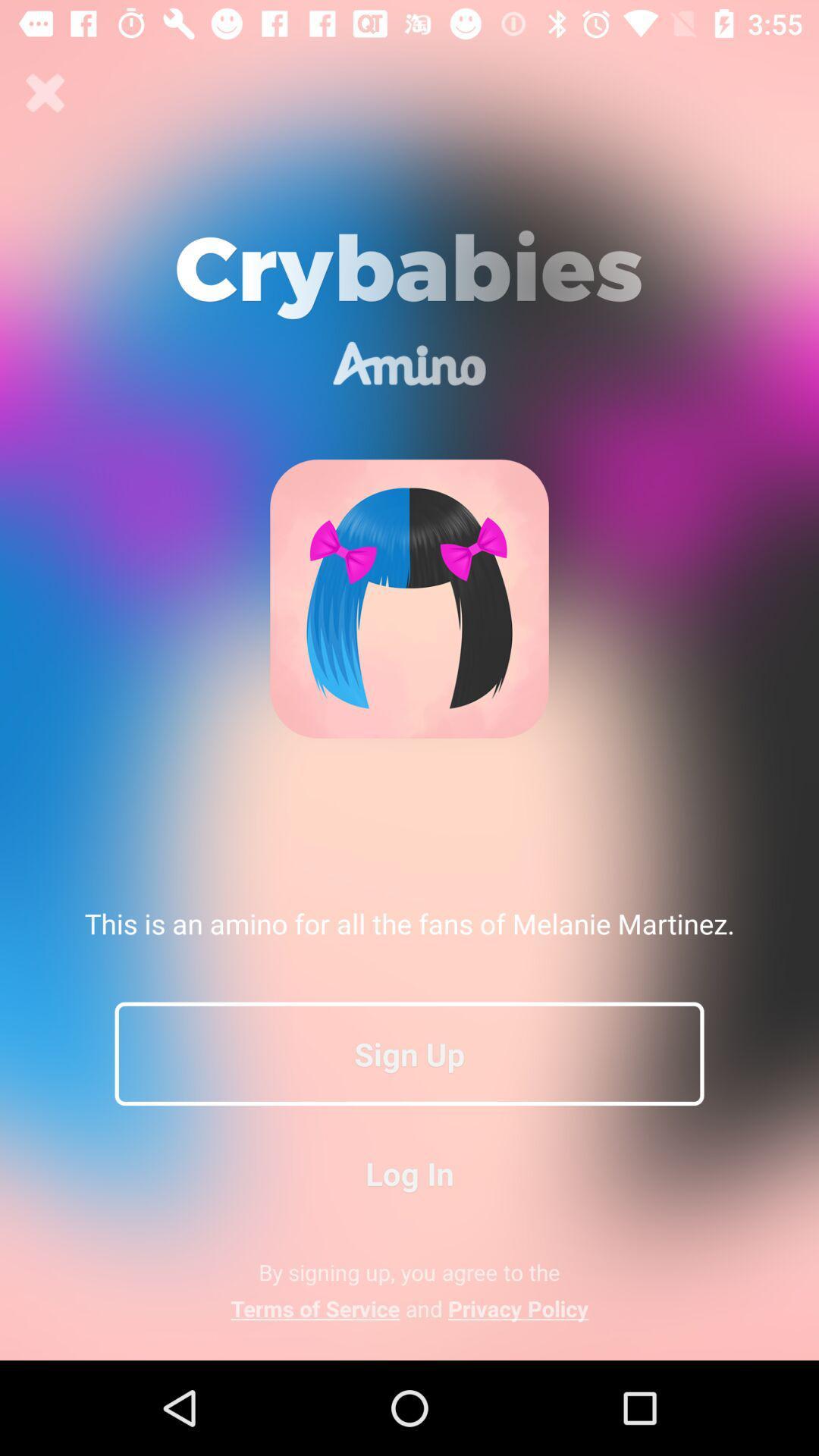 The image size is (819, 1456). What do you see at coordinates (409, 1172) in the screenshot?
I see `the log in` at bounding box center [409, 1172].